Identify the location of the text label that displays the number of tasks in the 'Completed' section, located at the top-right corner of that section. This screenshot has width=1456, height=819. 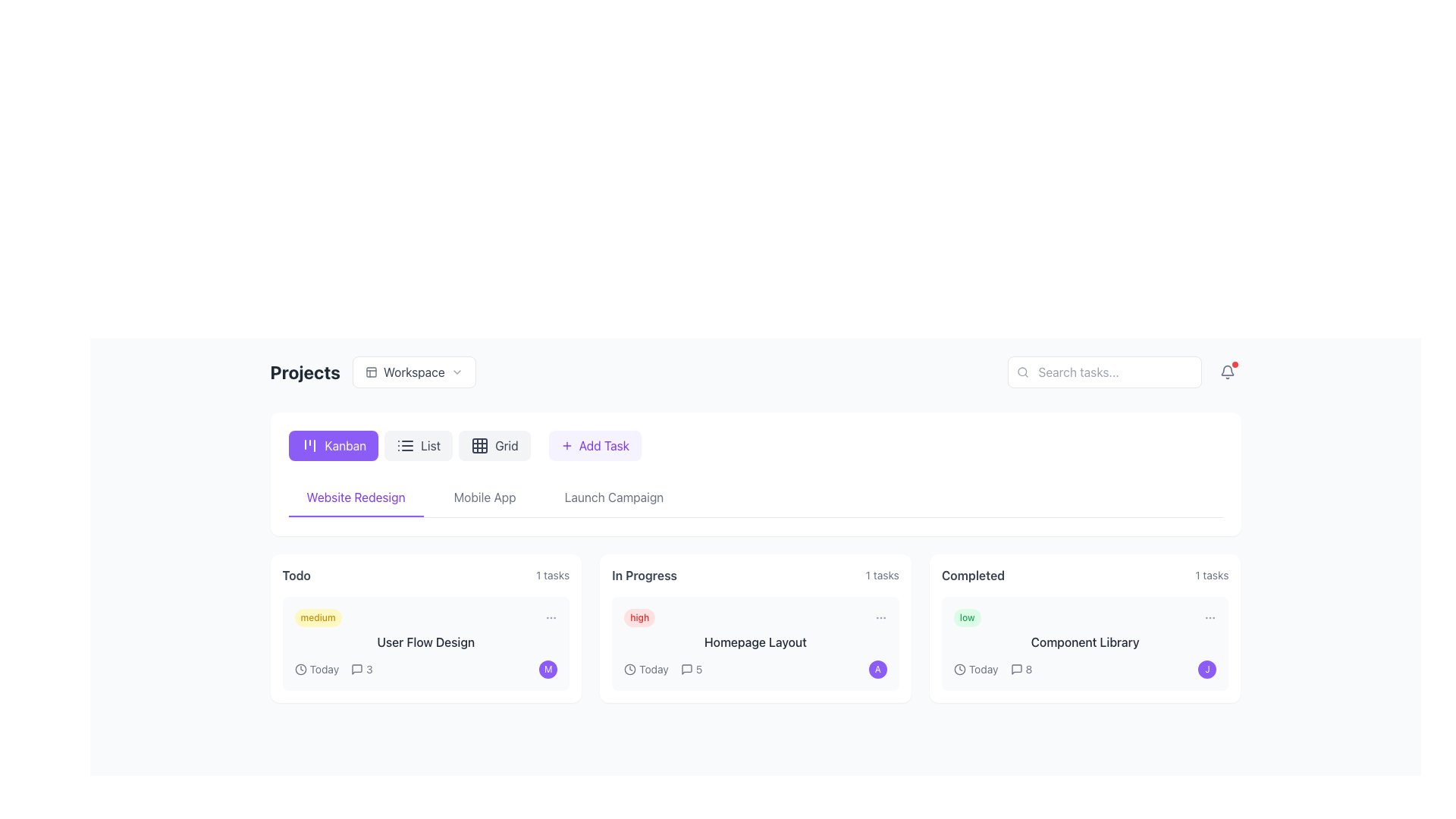
(1211, 576).